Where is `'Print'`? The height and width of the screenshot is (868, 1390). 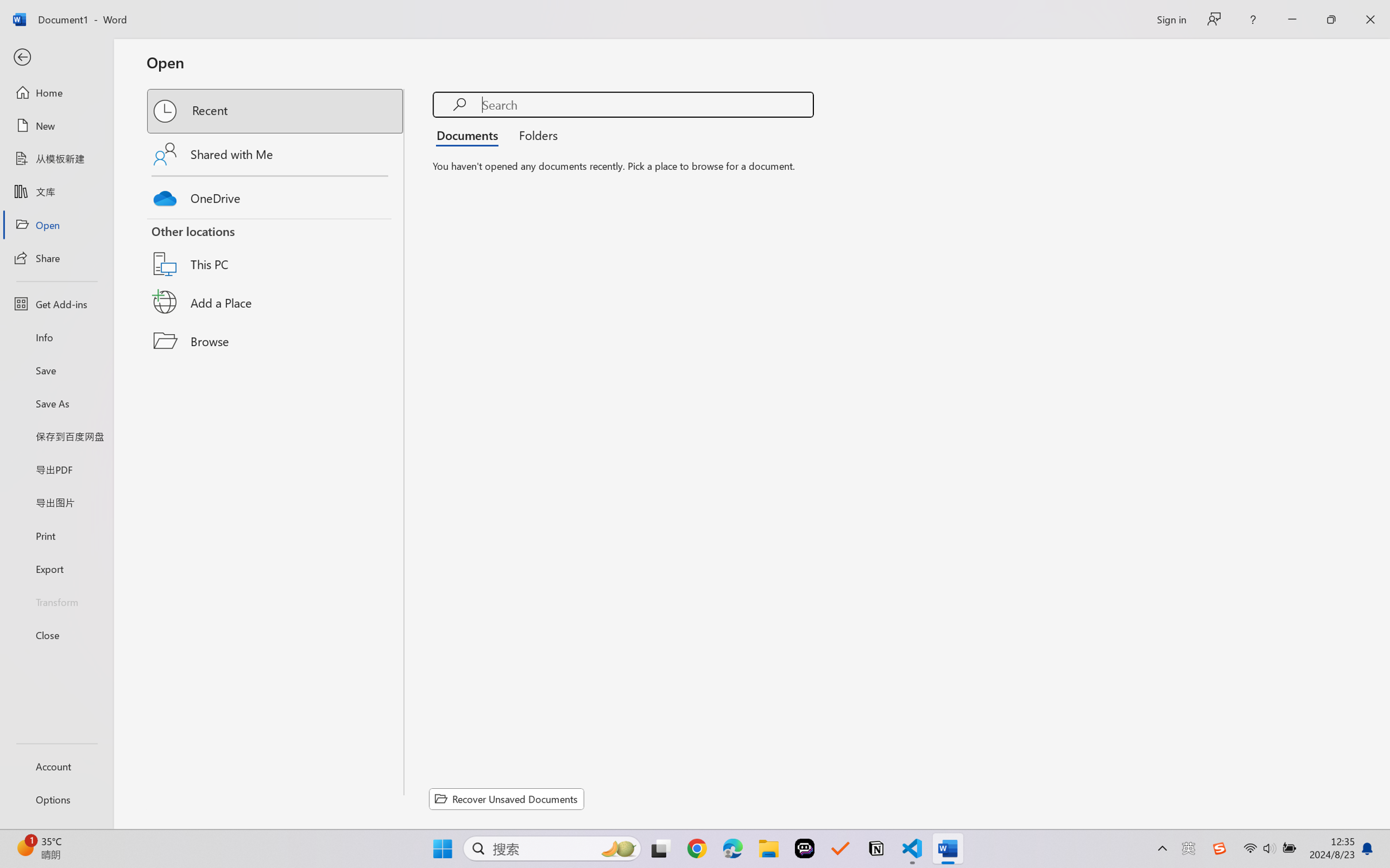 'Print' is located at coordinates (56, 536).